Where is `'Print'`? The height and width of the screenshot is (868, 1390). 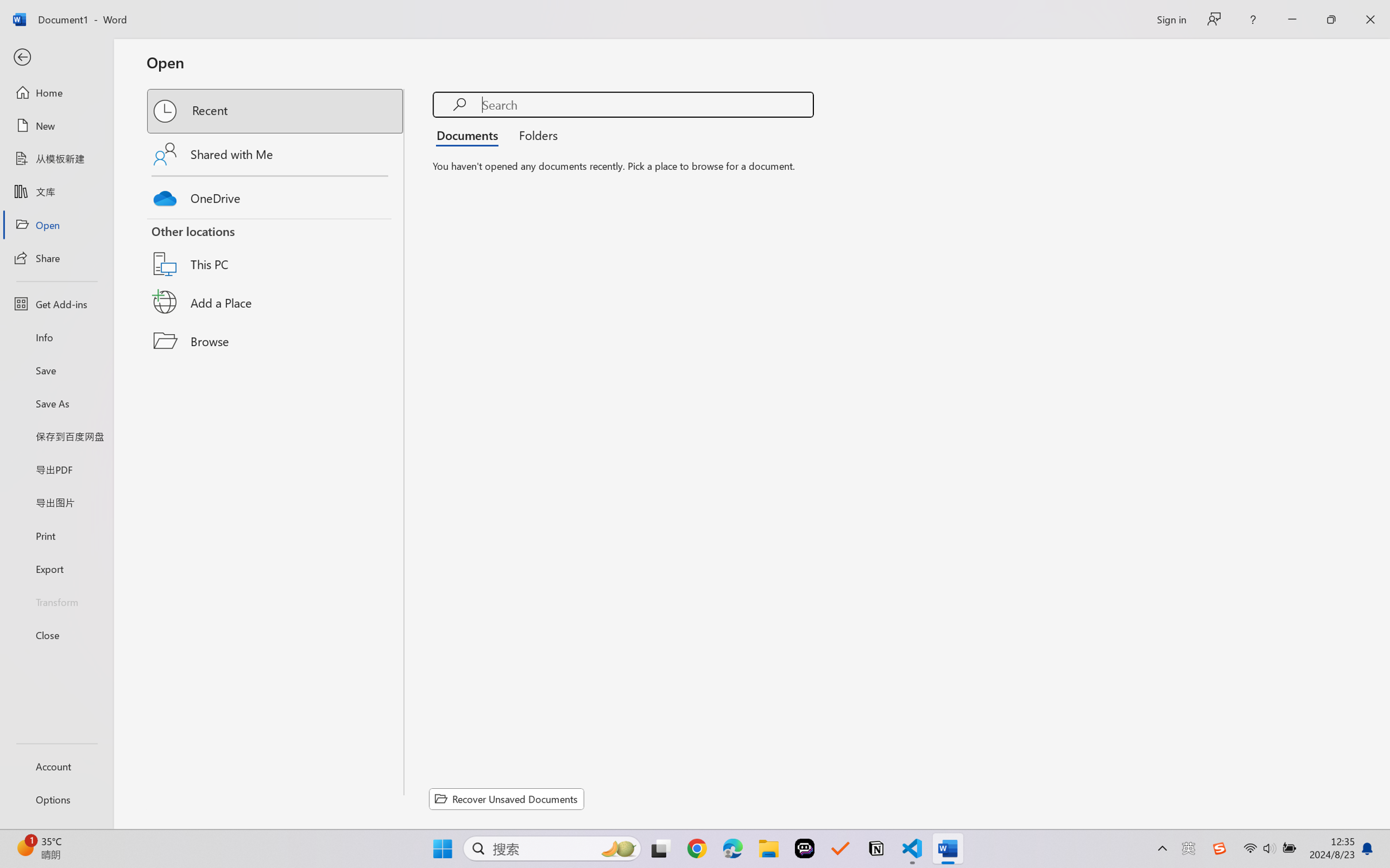 'Print' is located at coordinates (56, 536).